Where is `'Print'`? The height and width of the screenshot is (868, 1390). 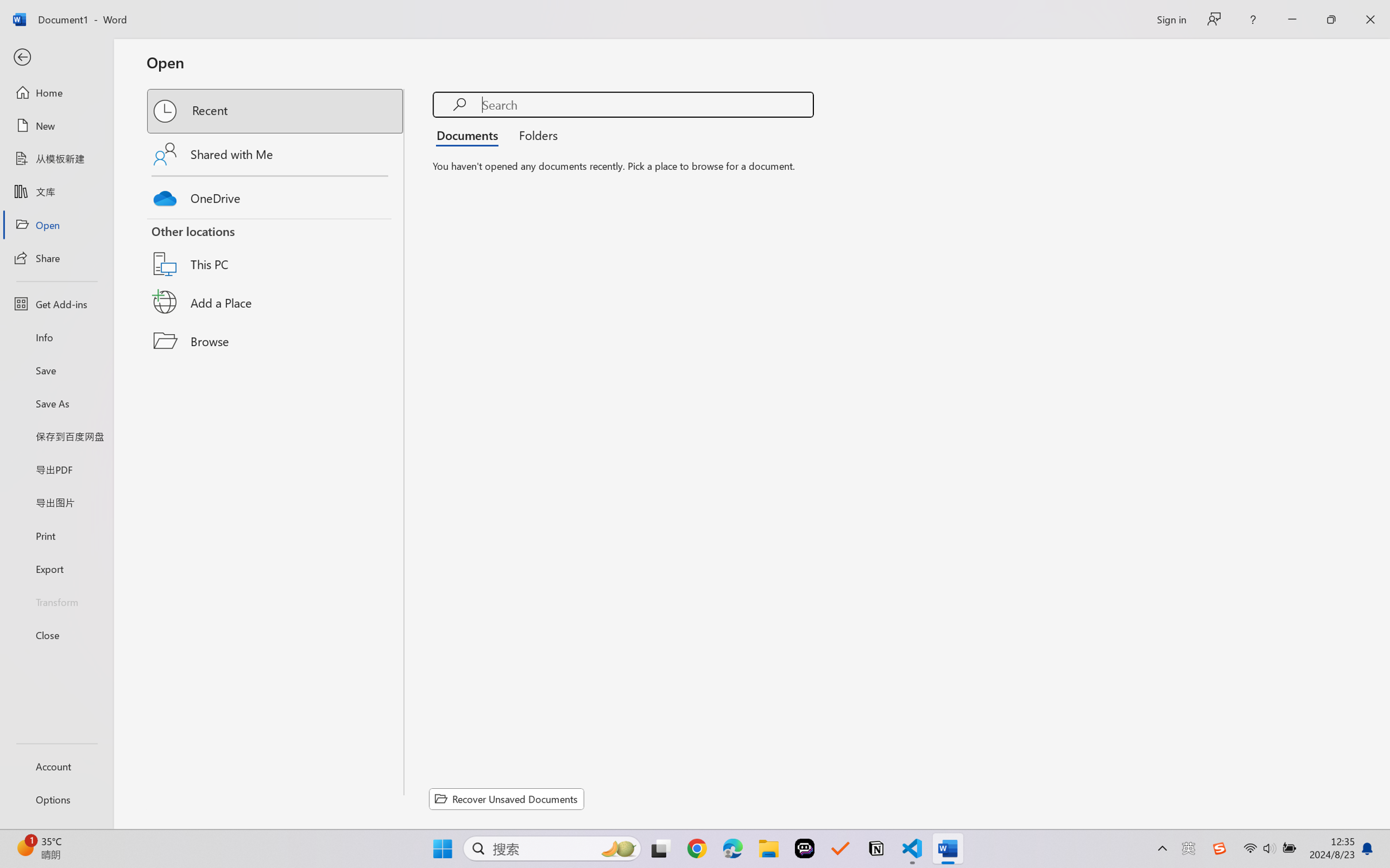 'Print' is located at coordinates (56, 536).